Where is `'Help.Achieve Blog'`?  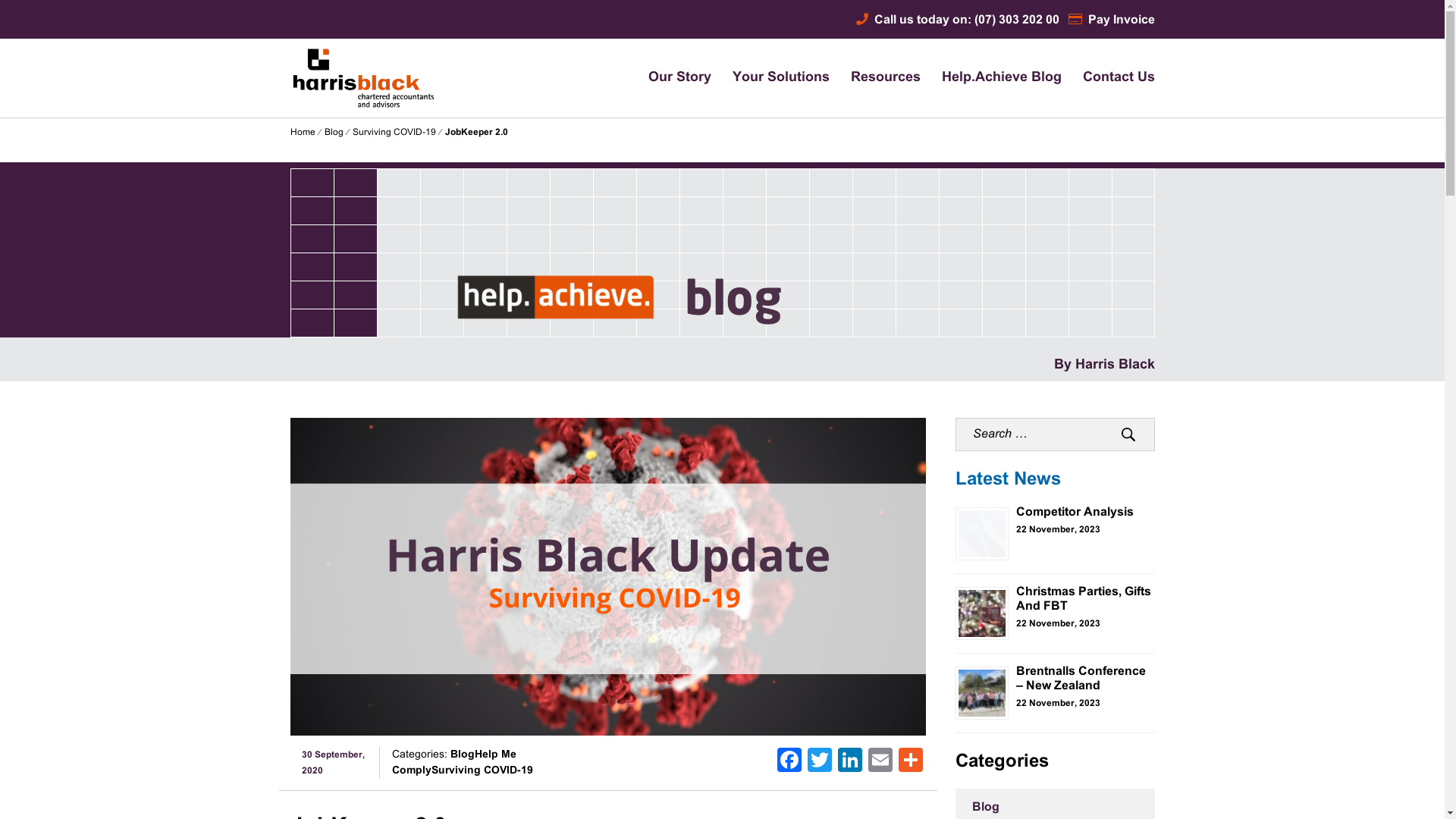 'Help.Achieve Blog' is located at coordinates (941, 78).